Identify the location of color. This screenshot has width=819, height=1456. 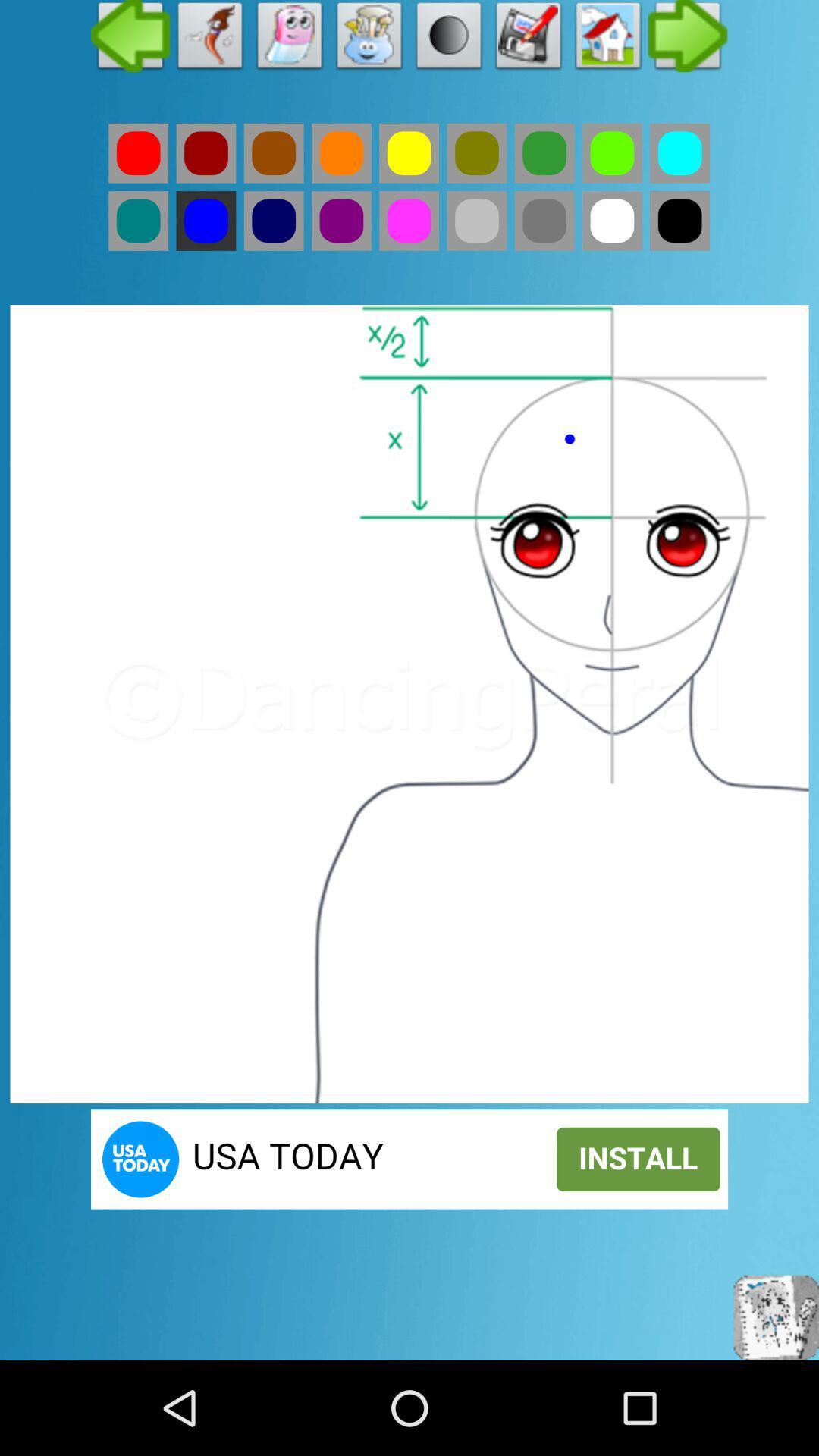
(544, 220).